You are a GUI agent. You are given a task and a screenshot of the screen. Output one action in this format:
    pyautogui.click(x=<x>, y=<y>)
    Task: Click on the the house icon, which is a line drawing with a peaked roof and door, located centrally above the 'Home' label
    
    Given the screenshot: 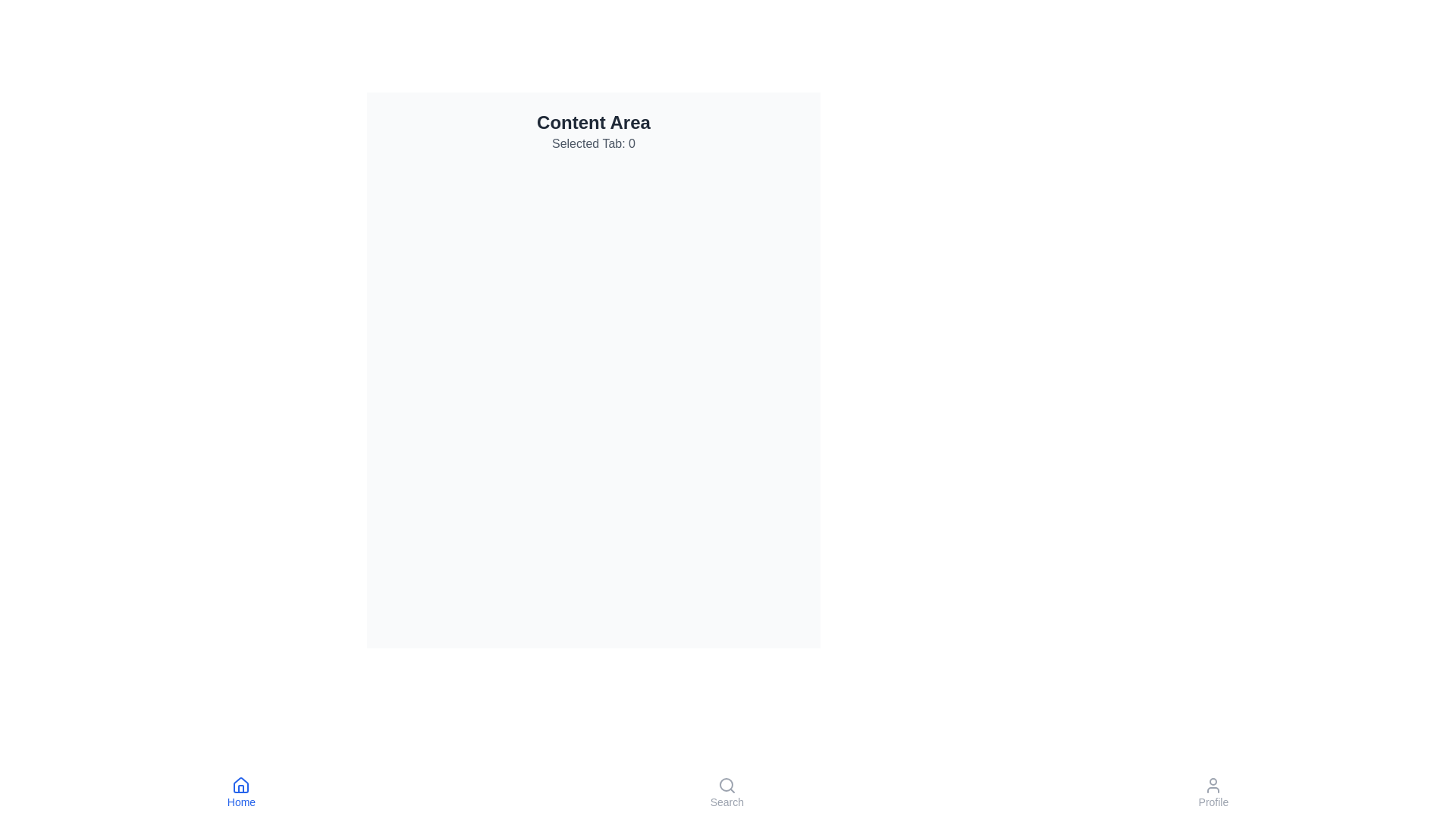 What is the action you would take?
    pyautogui.click(x=240, y=785)
    